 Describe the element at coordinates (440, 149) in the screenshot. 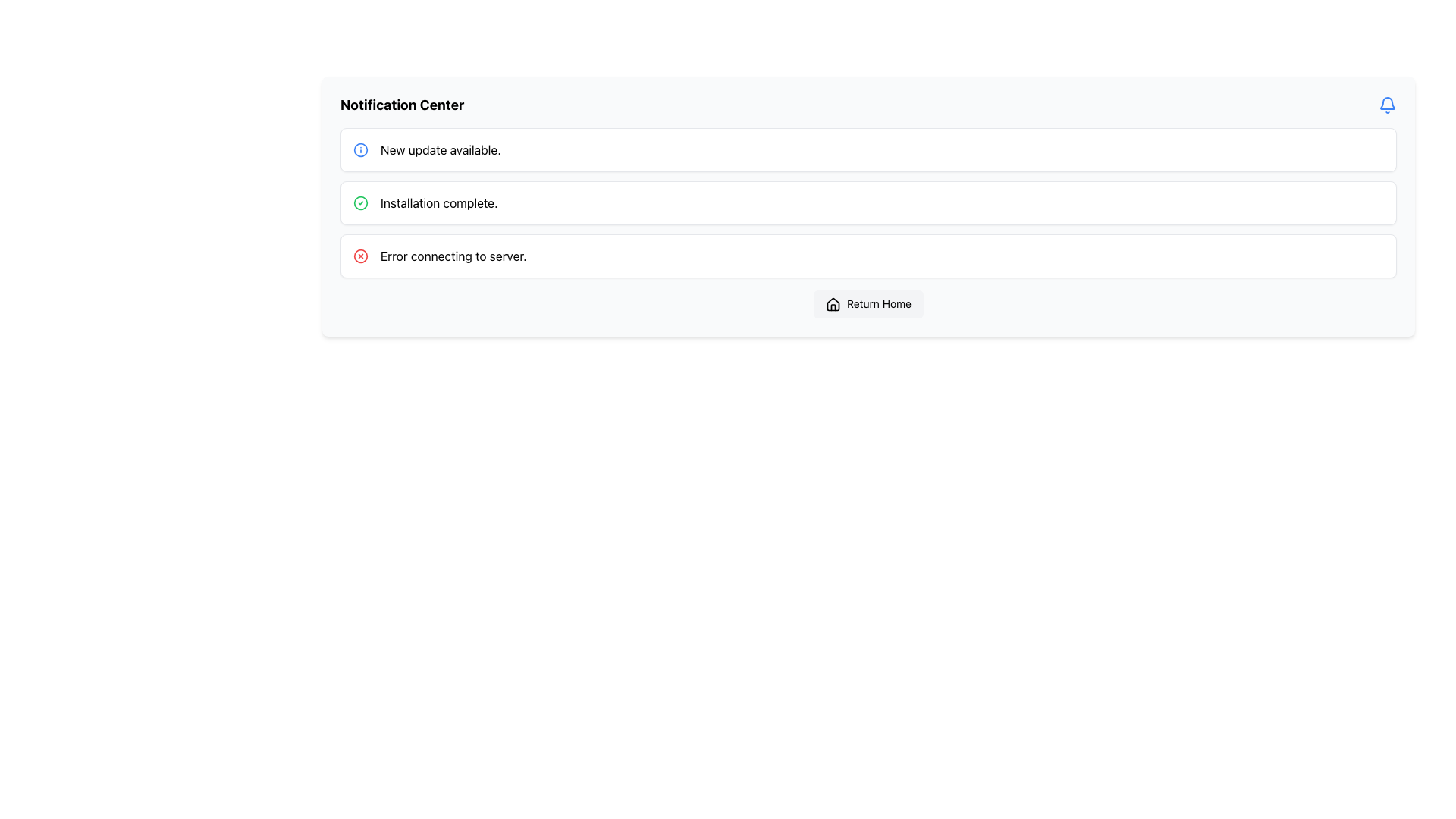

I see `the Text Label that displays the message 'New update available.' in the notification center` at that location.